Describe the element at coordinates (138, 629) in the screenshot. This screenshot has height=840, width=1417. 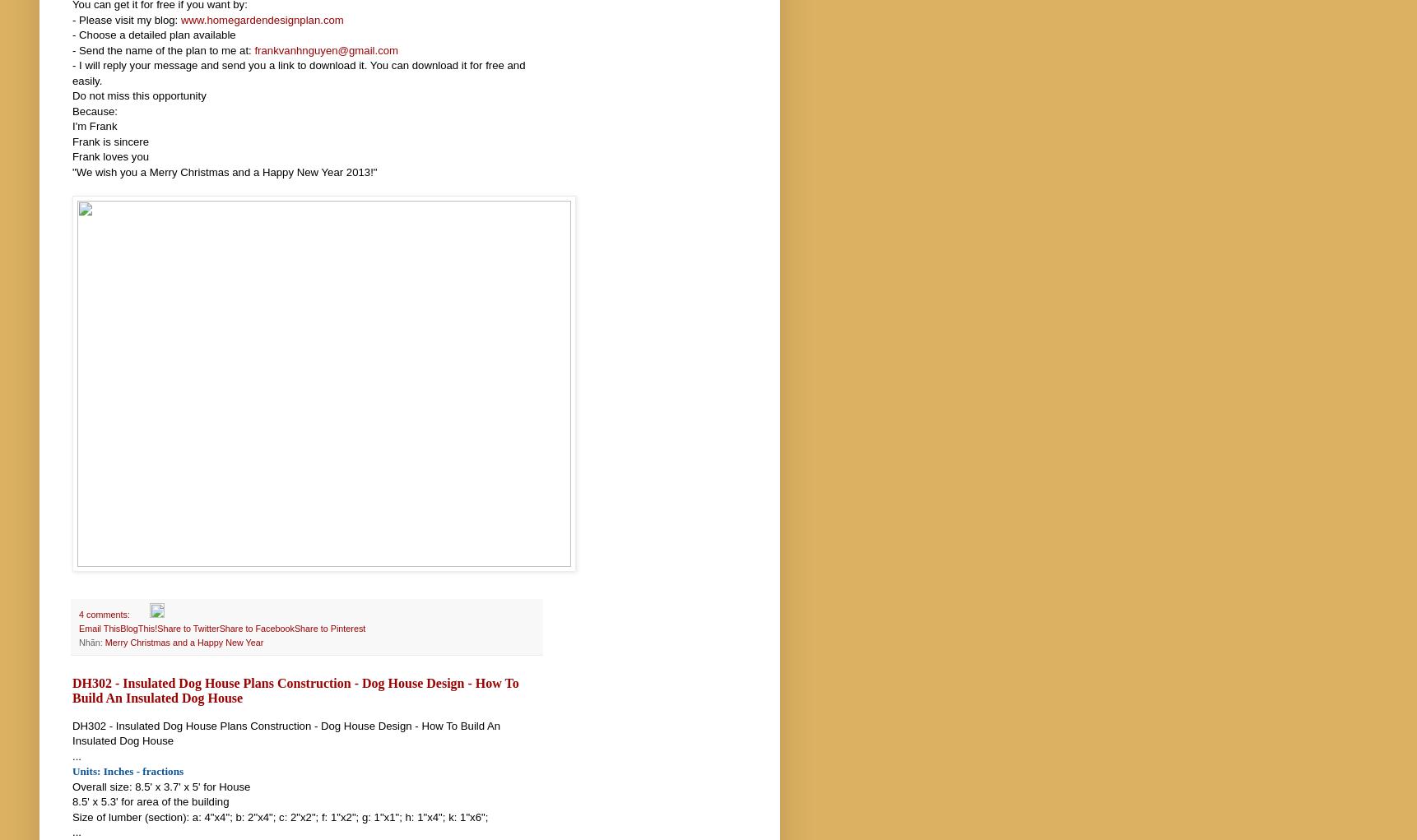
I see `'BlogThis!'` at that location.